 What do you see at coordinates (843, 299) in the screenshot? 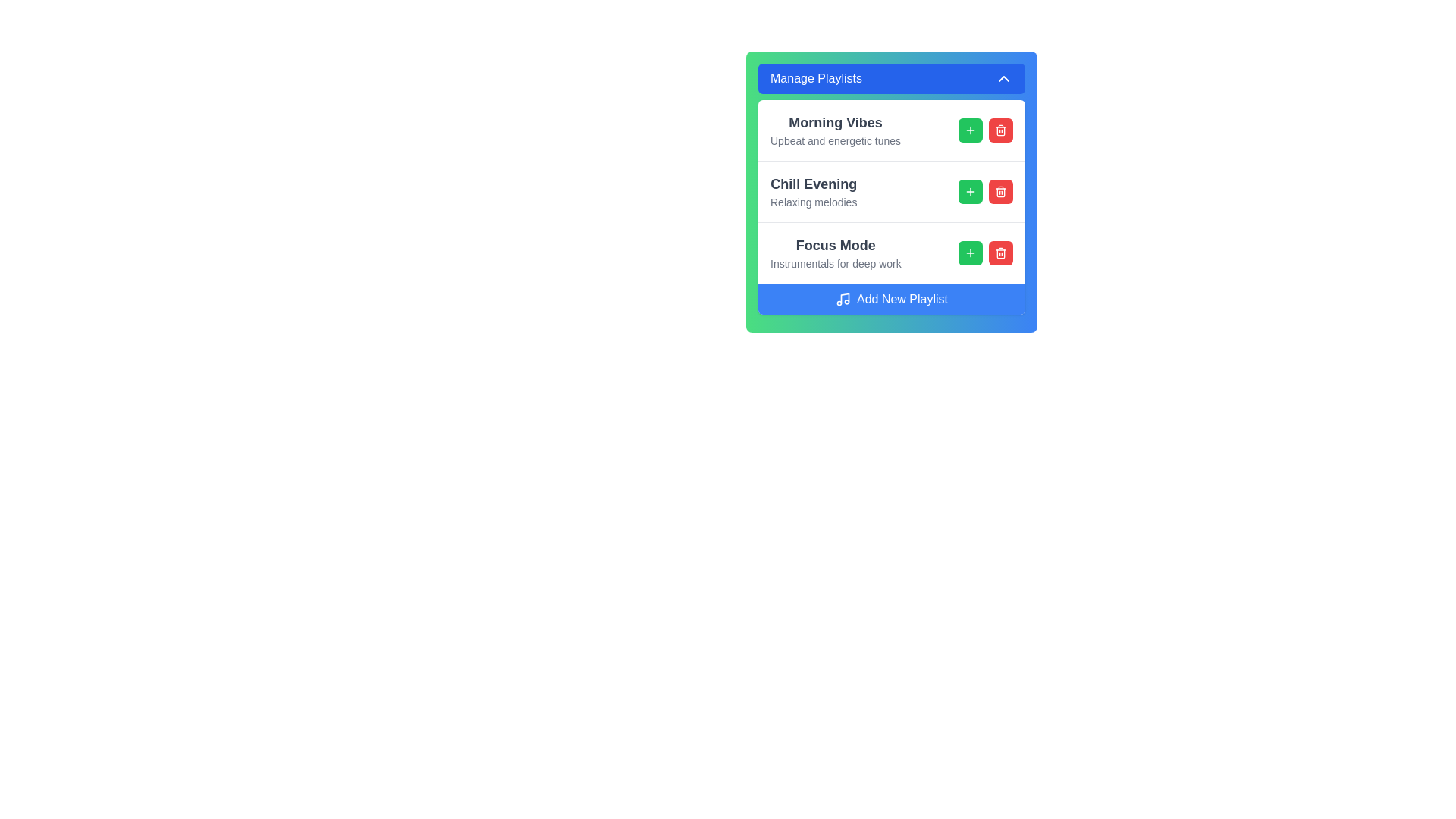
I see `the music playlist icon located at the top-left corner of the 'Add New Playlist' button` at bounding box center [843, 299].